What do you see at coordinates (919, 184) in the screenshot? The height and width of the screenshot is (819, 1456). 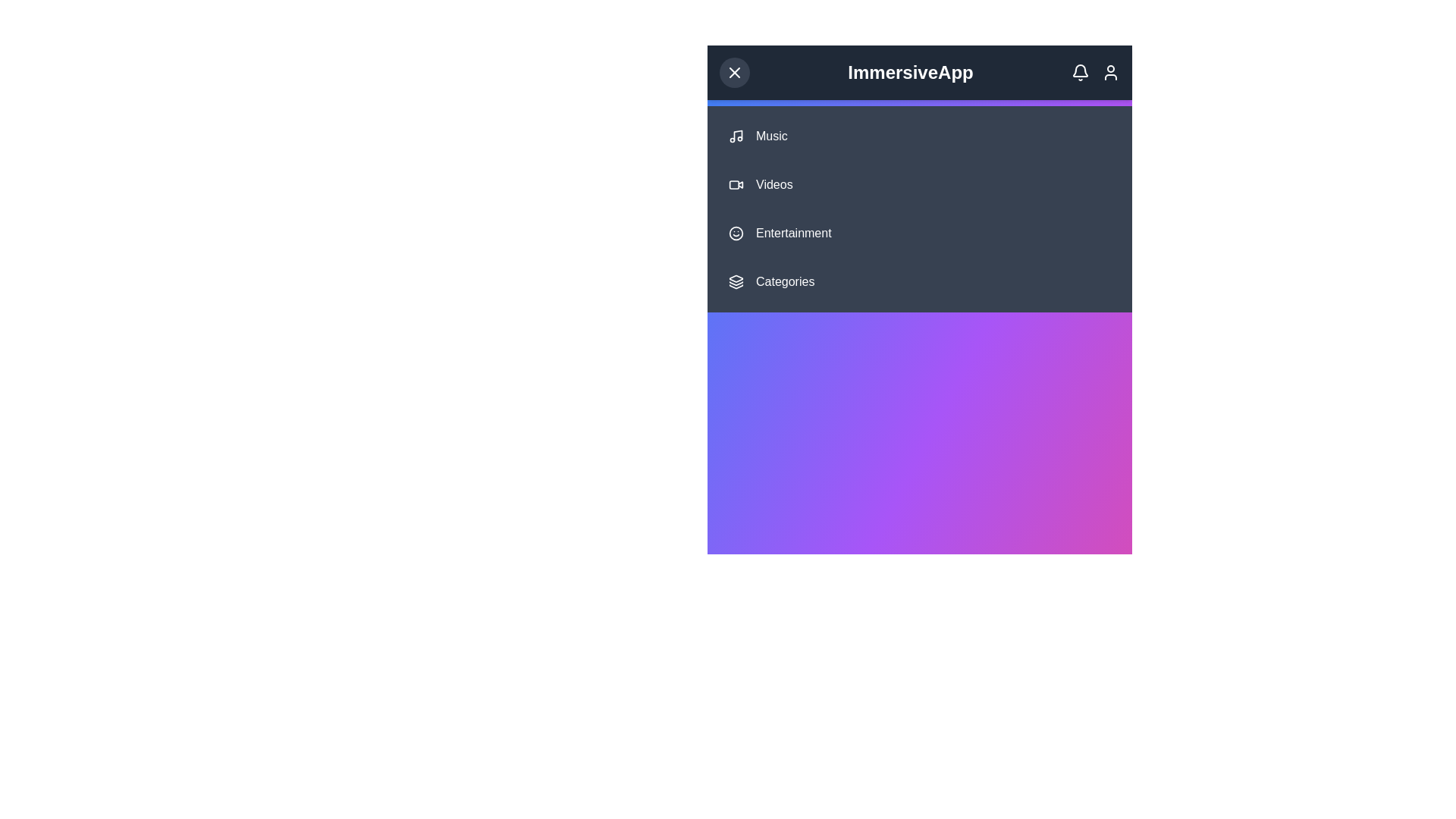 I see `the 'Videos' menu item` at bounding box center [919, 184].